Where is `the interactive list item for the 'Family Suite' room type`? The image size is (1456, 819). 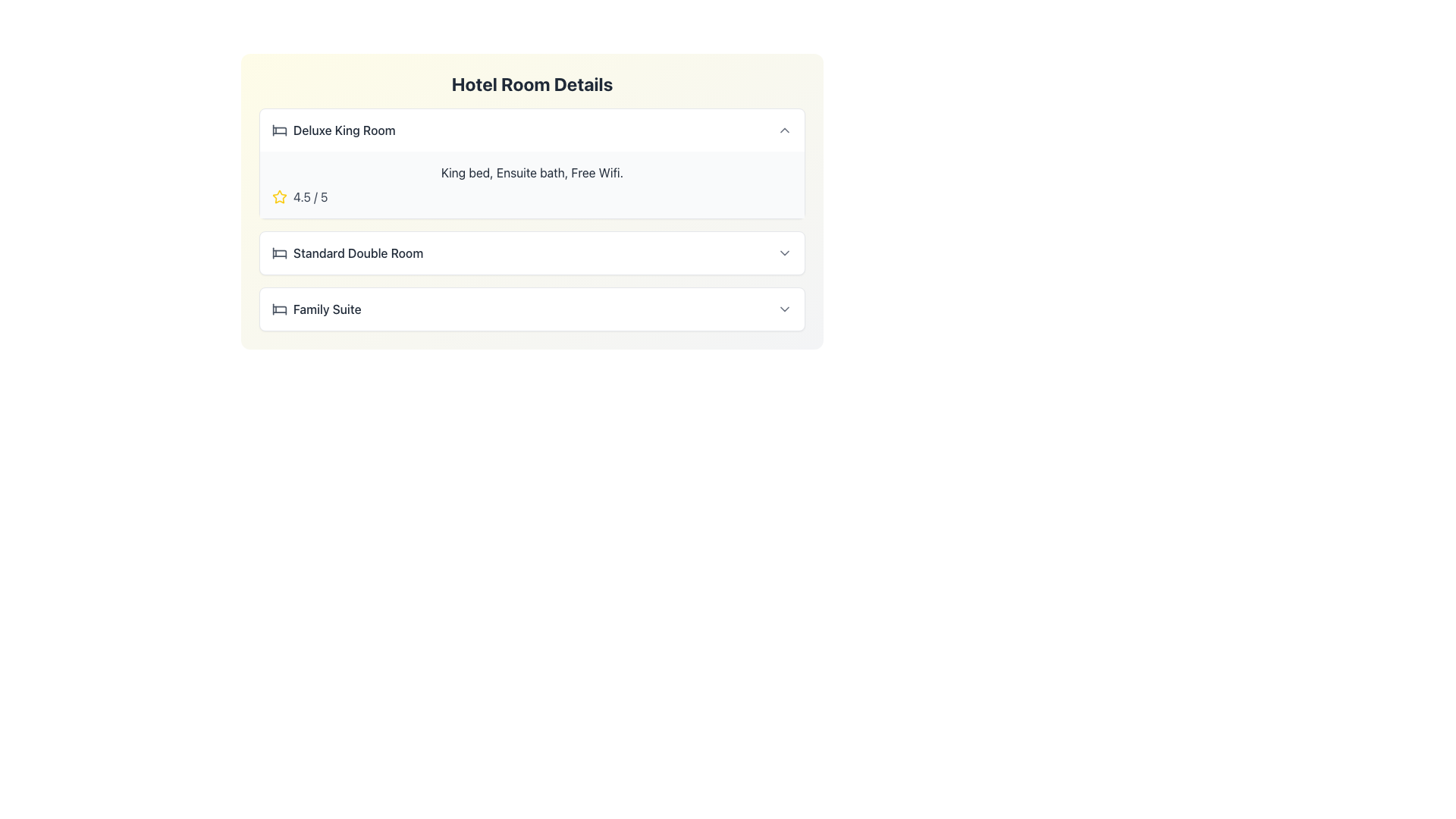
the interactive list item for the 'Family Suite' room type is located at coordinates (532, 309).